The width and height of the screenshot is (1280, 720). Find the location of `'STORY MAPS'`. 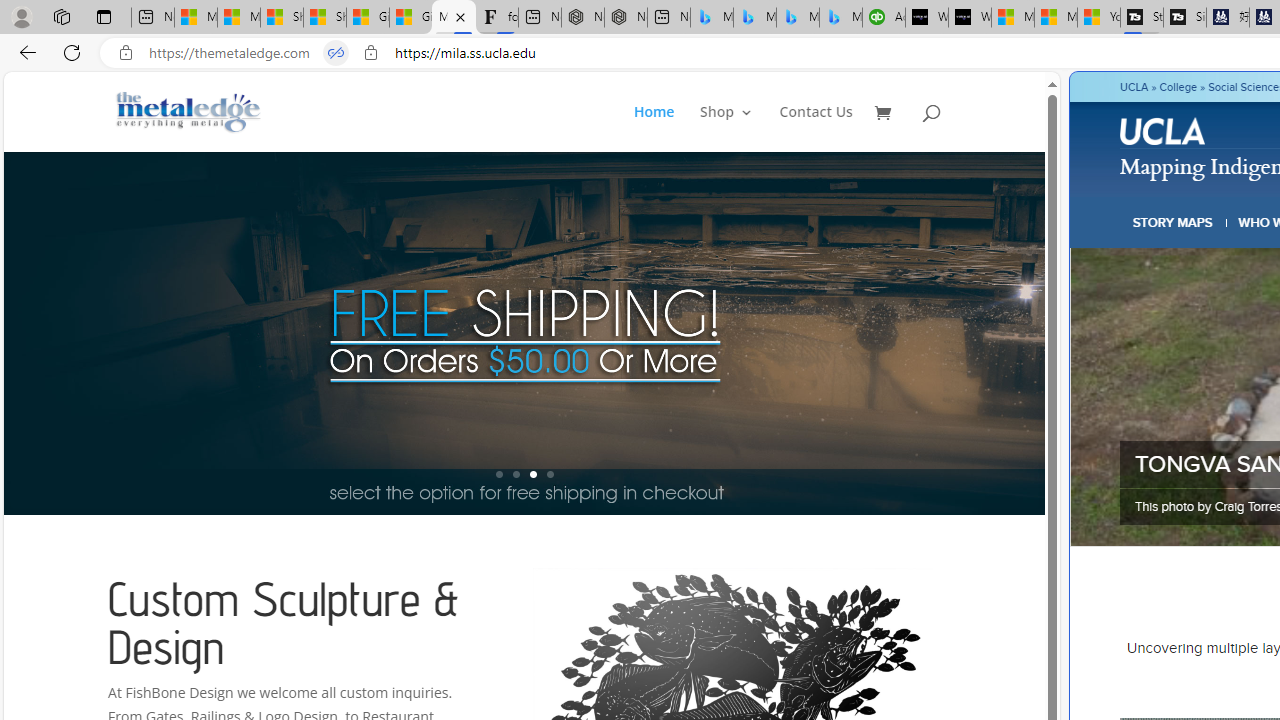

'STORY MAPS' is located at coordinates (1173, 222).